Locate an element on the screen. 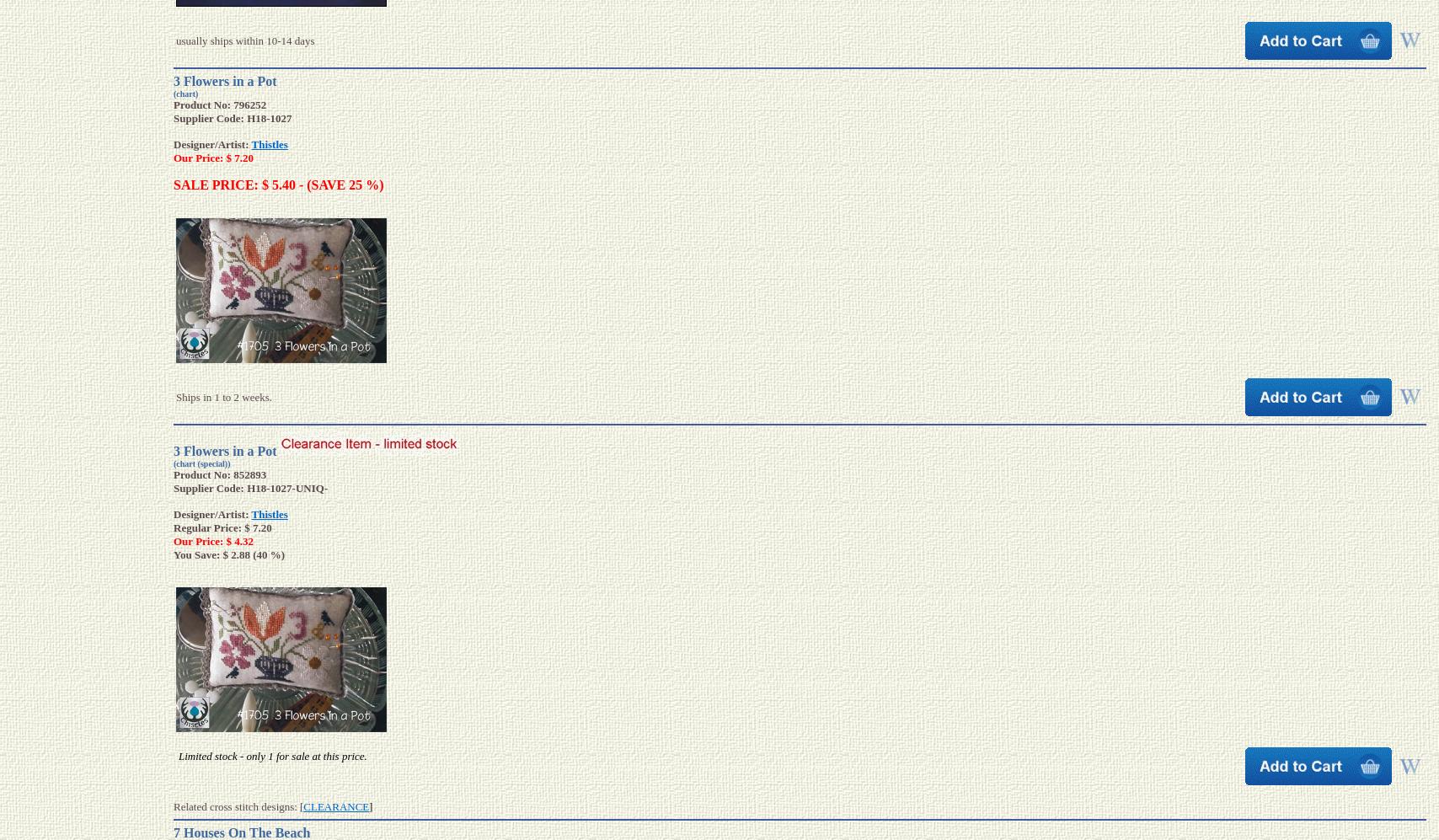 The width and height of the screenshot is (1439, 840). 'Our Price: $ 7.20' is located at coordinates (213, 157).